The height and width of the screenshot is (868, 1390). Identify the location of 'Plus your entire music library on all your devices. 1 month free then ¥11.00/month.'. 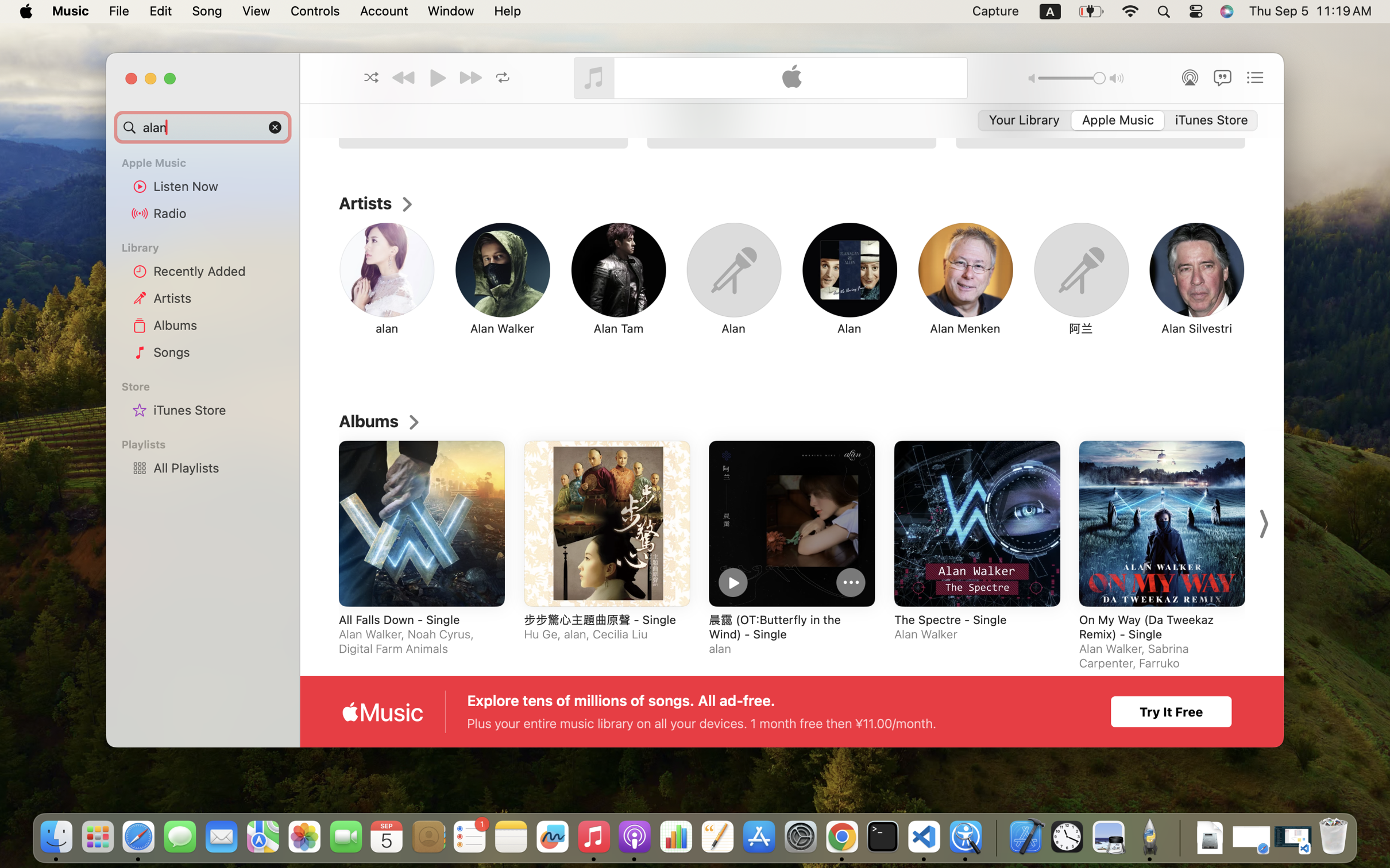
(701, 723).